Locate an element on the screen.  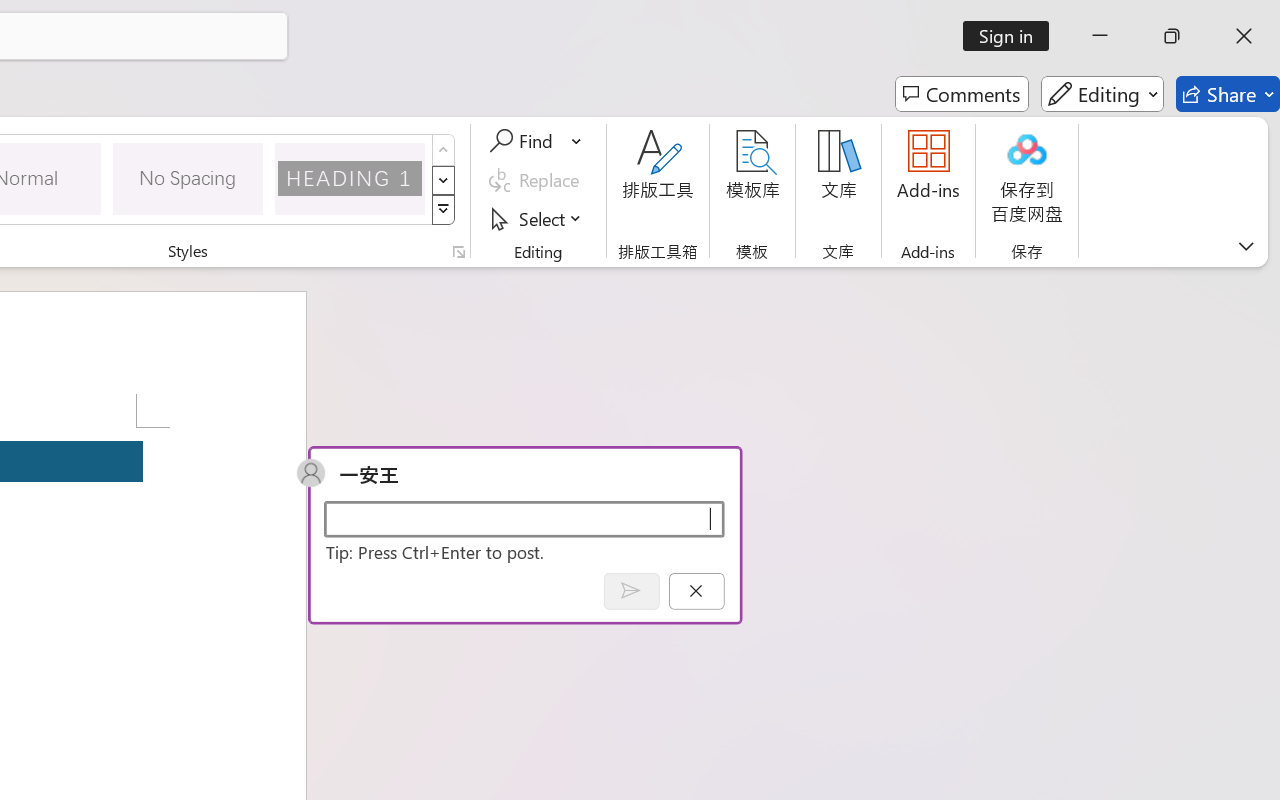
'Editing' is located at coordinates (1101, 94).